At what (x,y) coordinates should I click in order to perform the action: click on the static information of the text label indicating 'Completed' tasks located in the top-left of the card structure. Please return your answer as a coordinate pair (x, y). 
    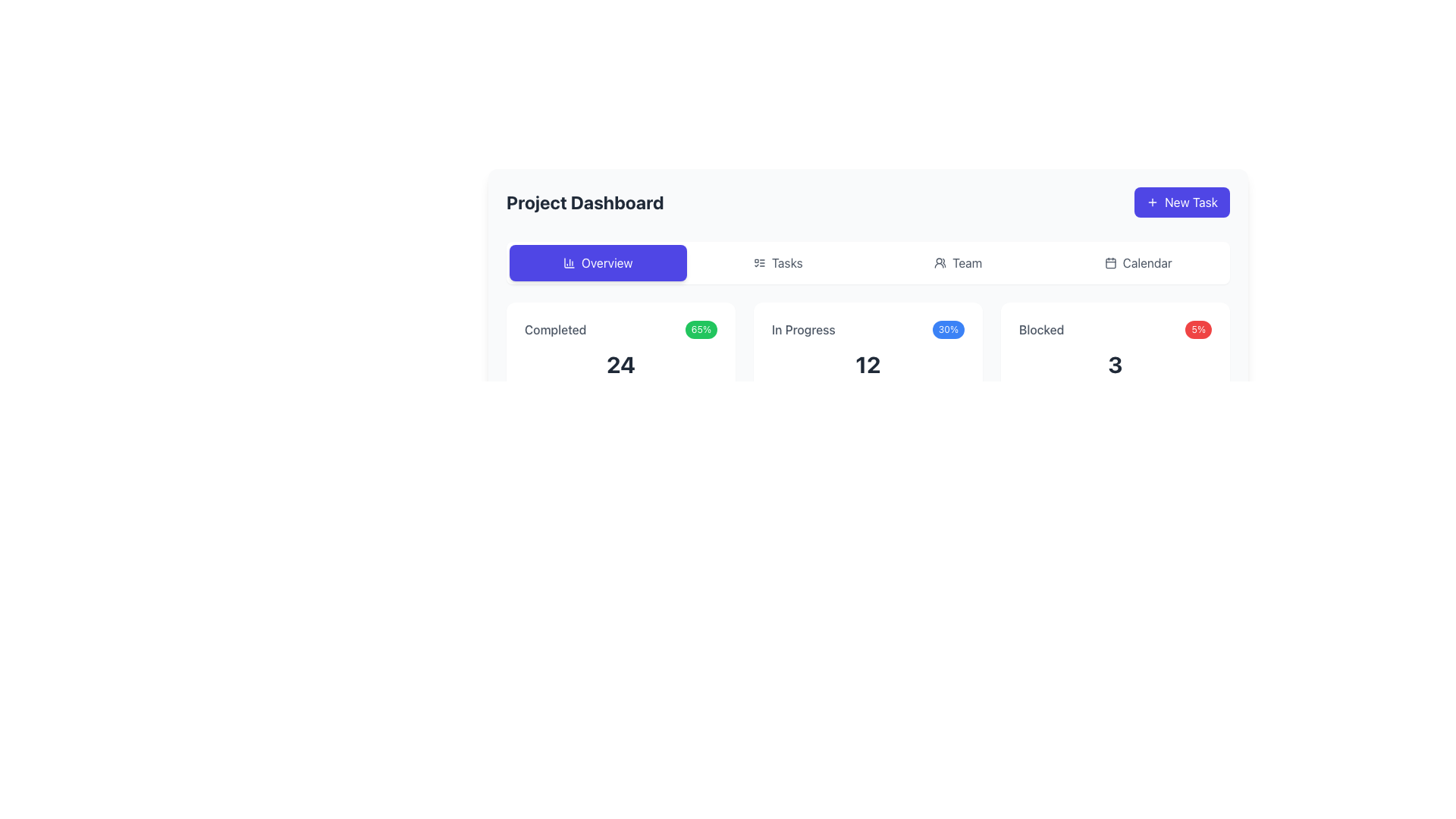
    Looking at the image, I should click on (554, 329).